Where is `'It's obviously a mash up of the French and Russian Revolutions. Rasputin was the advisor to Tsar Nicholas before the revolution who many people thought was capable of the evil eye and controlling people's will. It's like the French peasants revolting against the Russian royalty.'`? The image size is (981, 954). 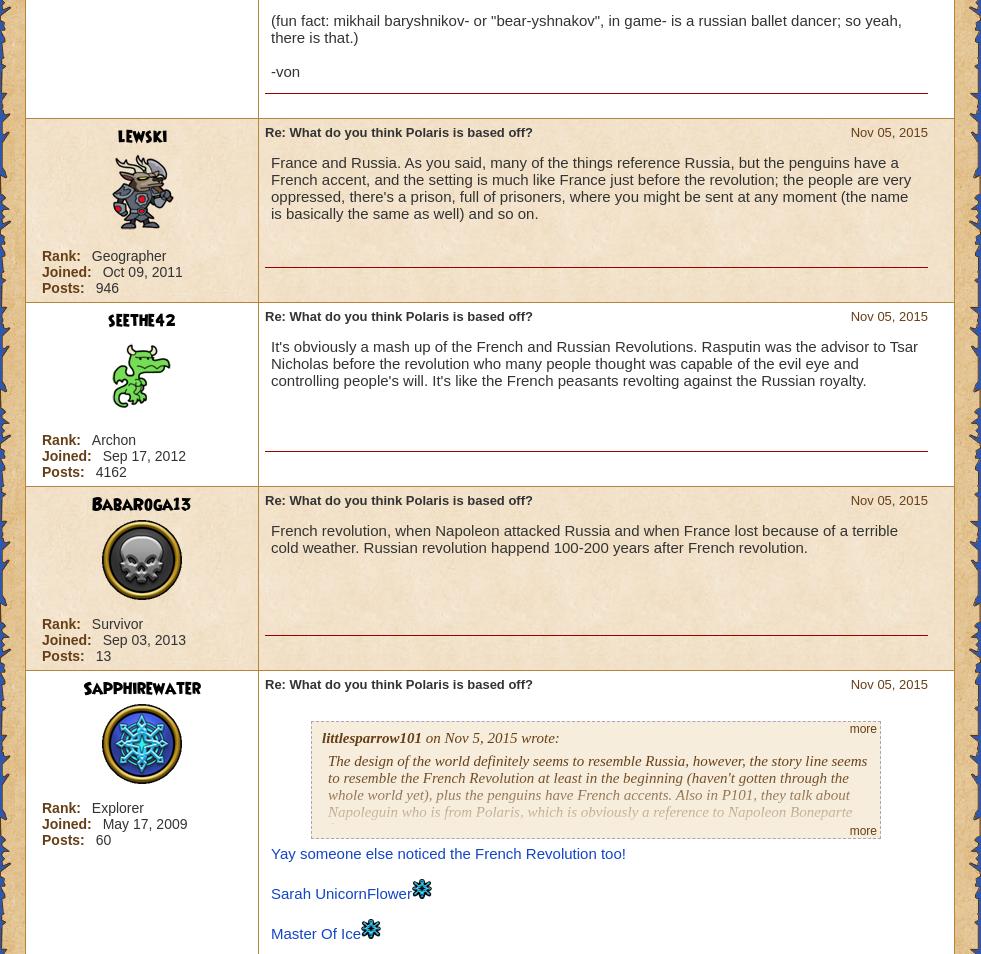 'It's obviously a mash up of the French and Russian Revolutions. Rasputin was the advisor to Tsar Nicholas before the revolution who many people thought was capable of the evil eye and controlling people's will. It's like the French peasants revolting against the Russian royalty.' is located at coordinates (594, 363).